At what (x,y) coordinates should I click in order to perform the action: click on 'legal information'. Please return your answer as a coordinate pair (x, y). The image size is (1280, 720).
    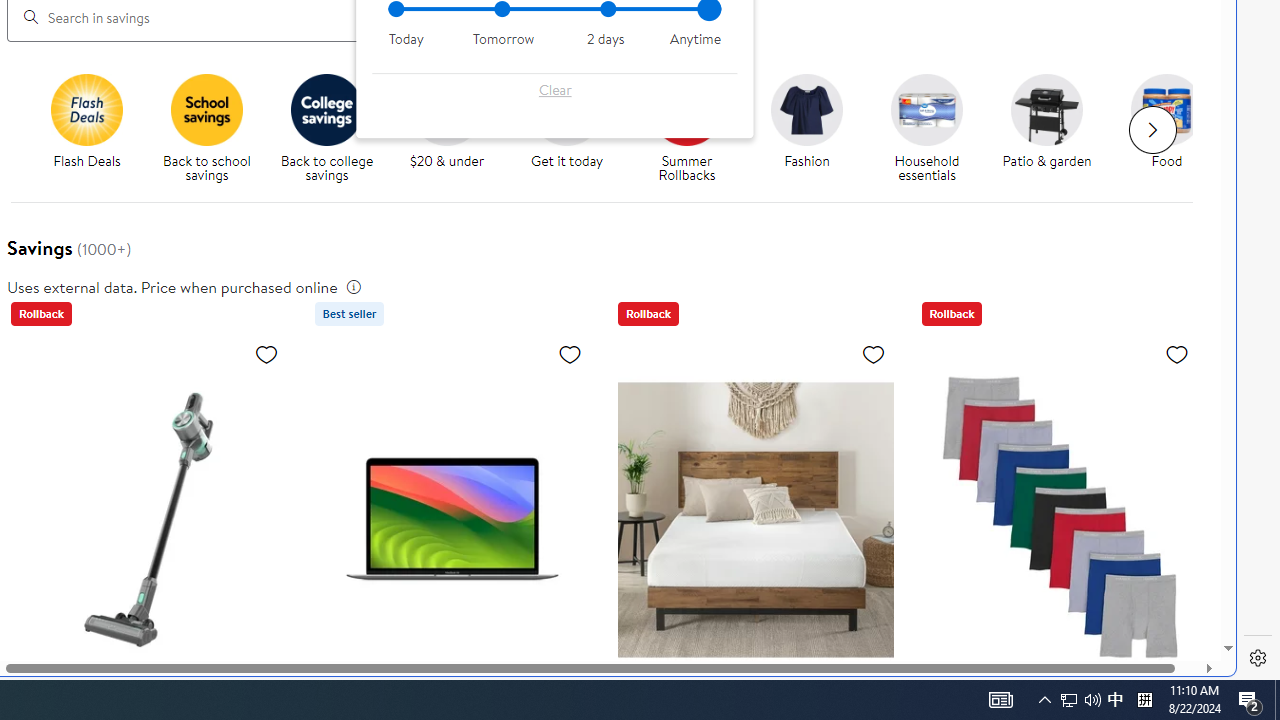
    Looking at the image, I should click on (353, 286).